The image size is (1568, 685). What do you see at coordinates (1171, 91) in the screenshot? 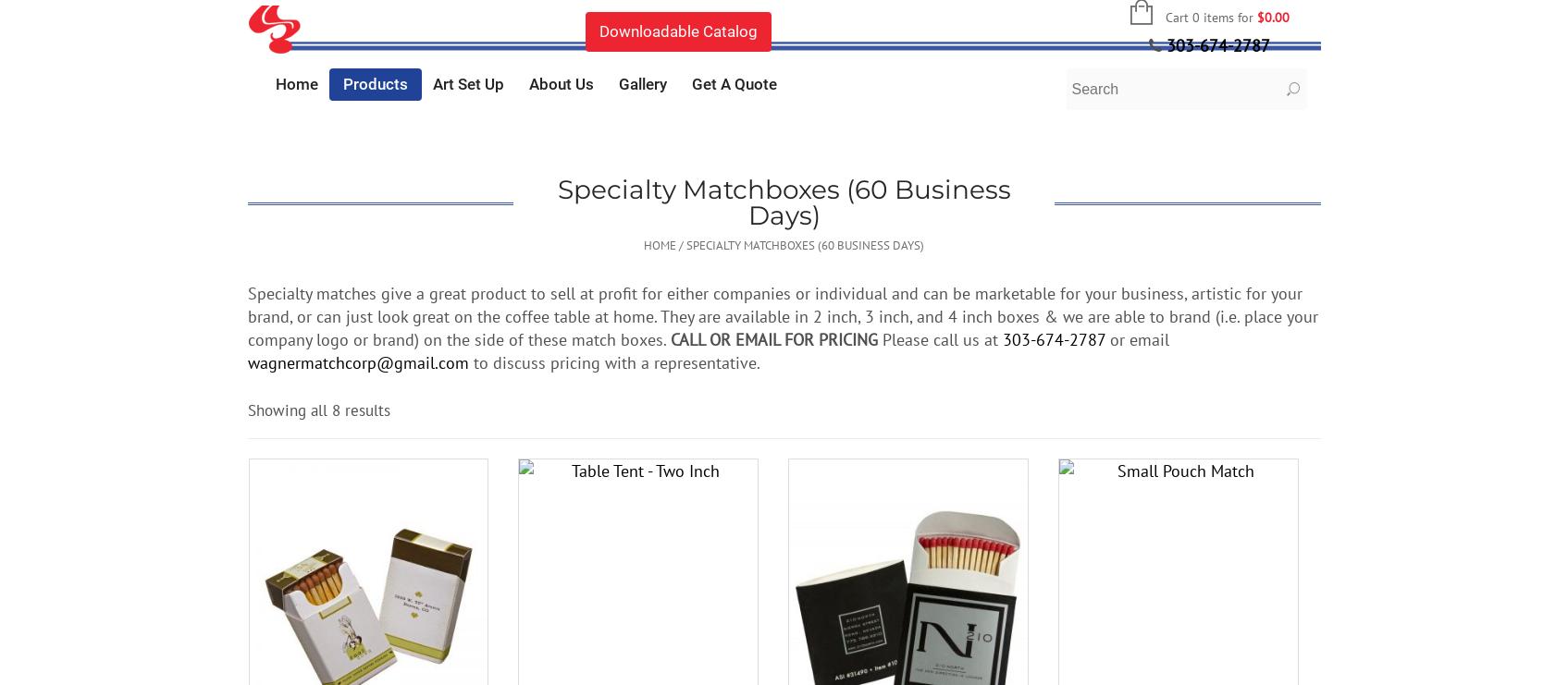
I see `'No products in the cart.'` at bounding box center [1171, 91].